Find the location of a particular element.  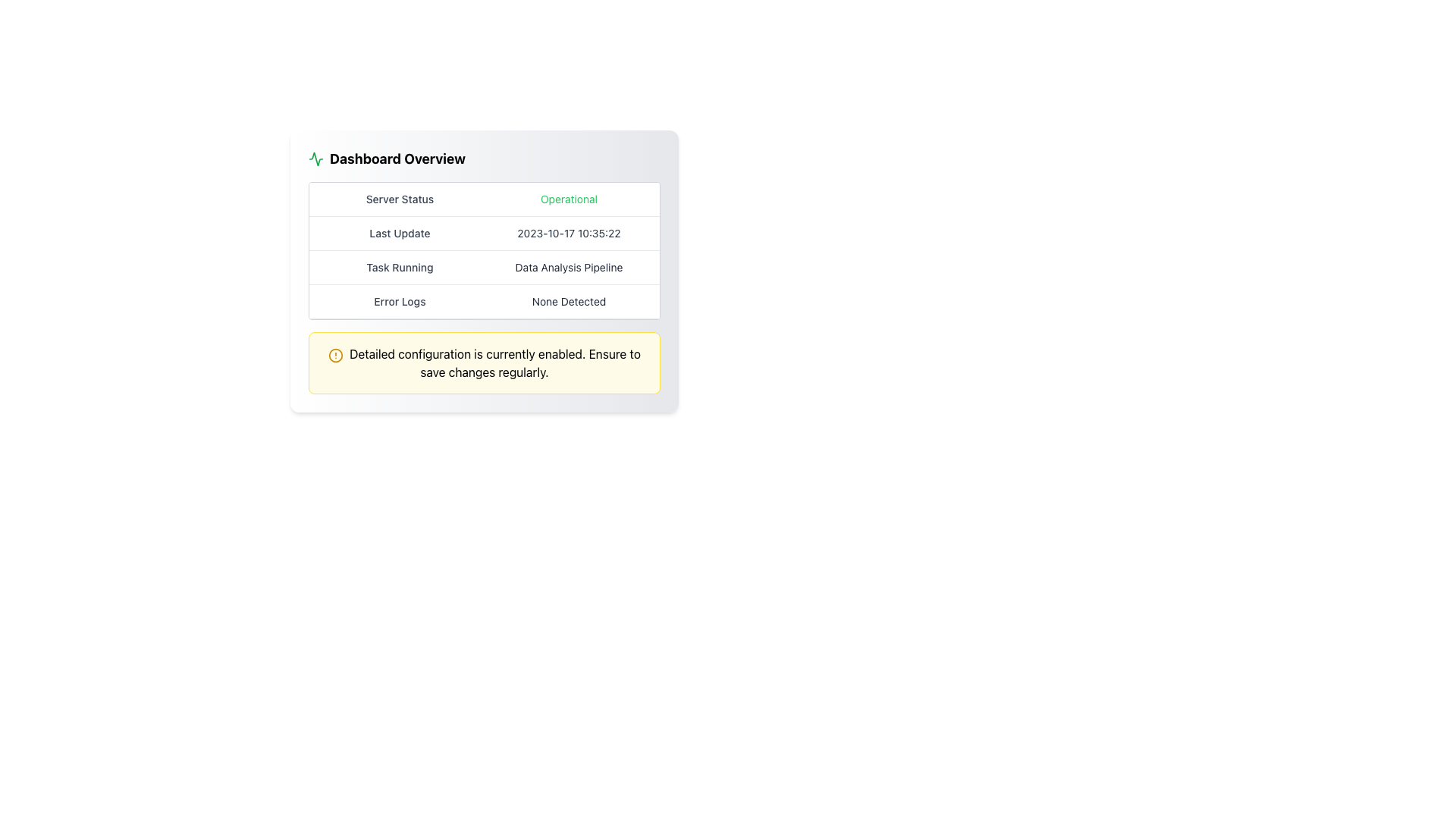

the title text element located in the top-left segment of the content area, positioned to the right of a green heartbeat icon is located at coordinates (397, 158).